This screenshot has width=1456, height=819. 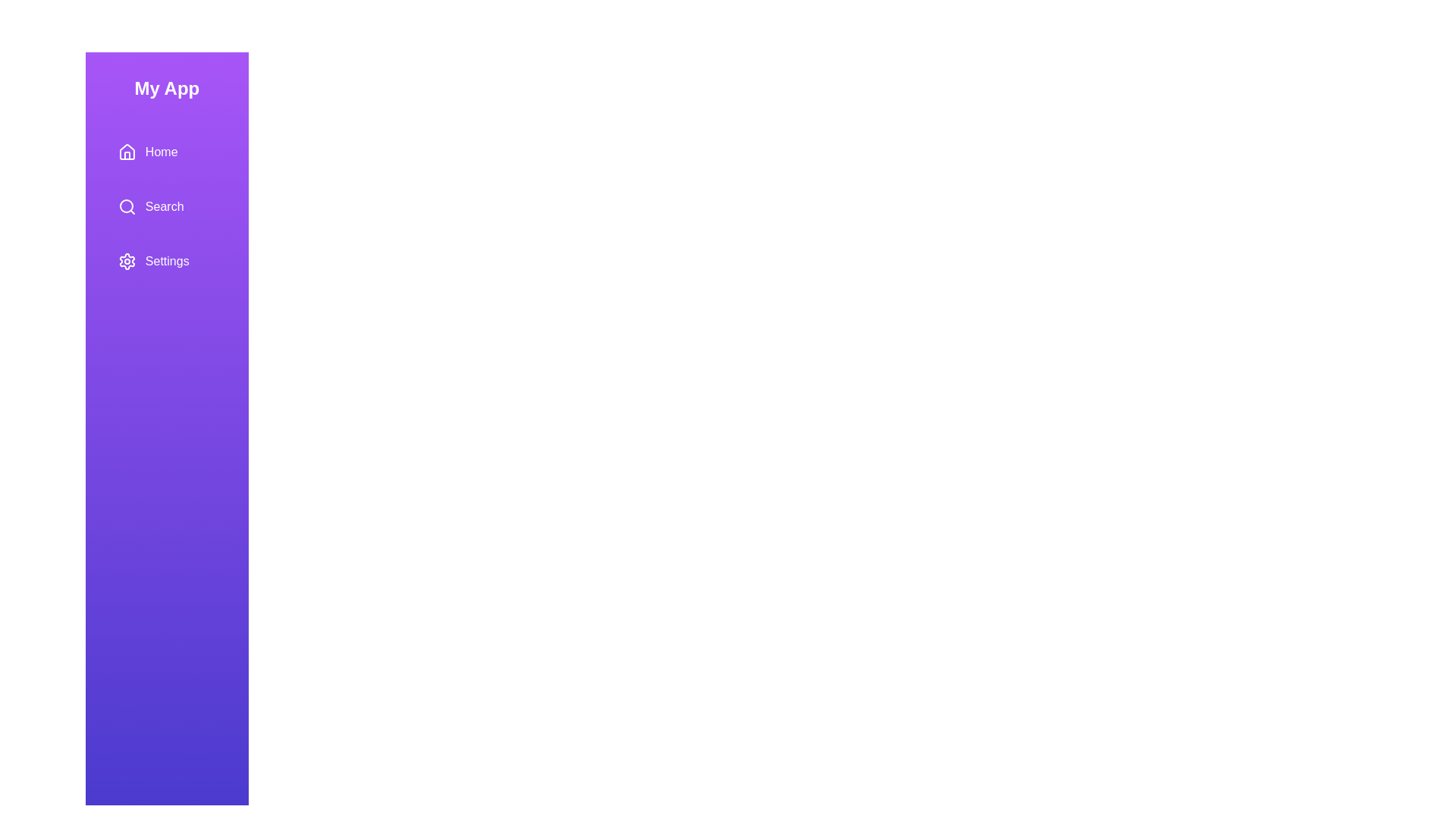 What do you see at coordinates (167, 260) in the screenshot?
I see `the Settings menu option` at bounding box center [167, 260].